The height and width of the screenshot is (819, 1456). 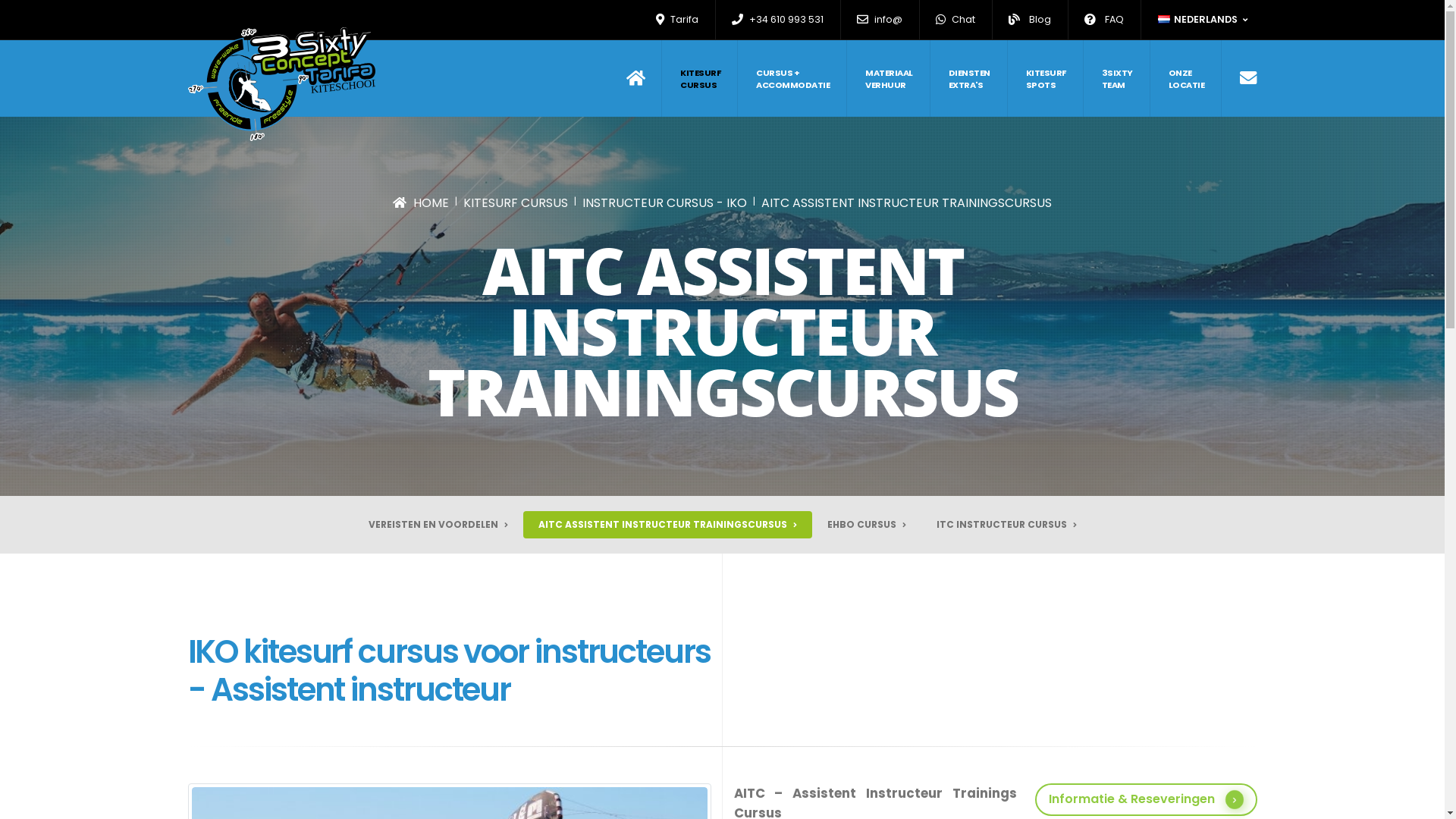 What do you see at coordinates (644, 78) in the screenshot?
I see `'Home'` at bounding box center [644, 78].